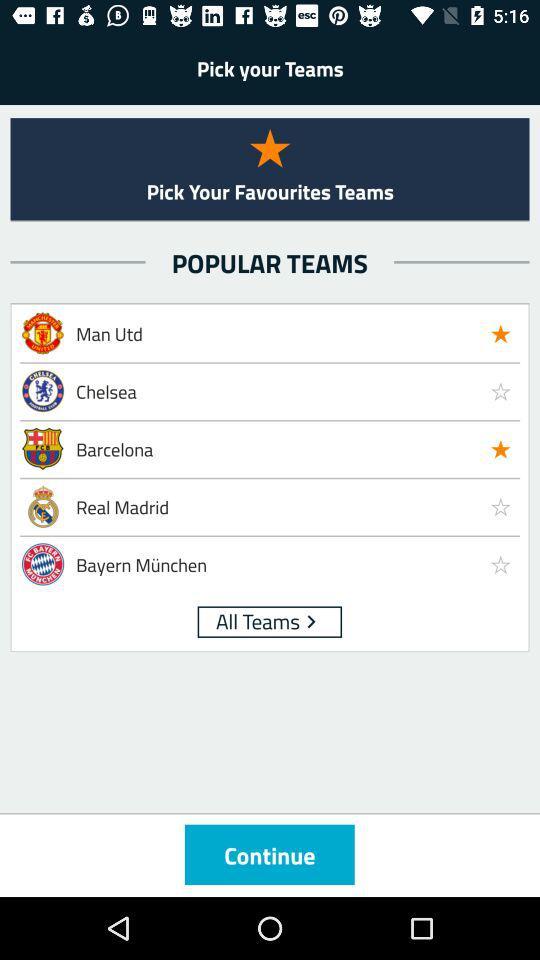 This screenshot has height=960, width=540. Describe the element at coordinates (258, 619) in the screenshot. I see `the all teams item` at that location.